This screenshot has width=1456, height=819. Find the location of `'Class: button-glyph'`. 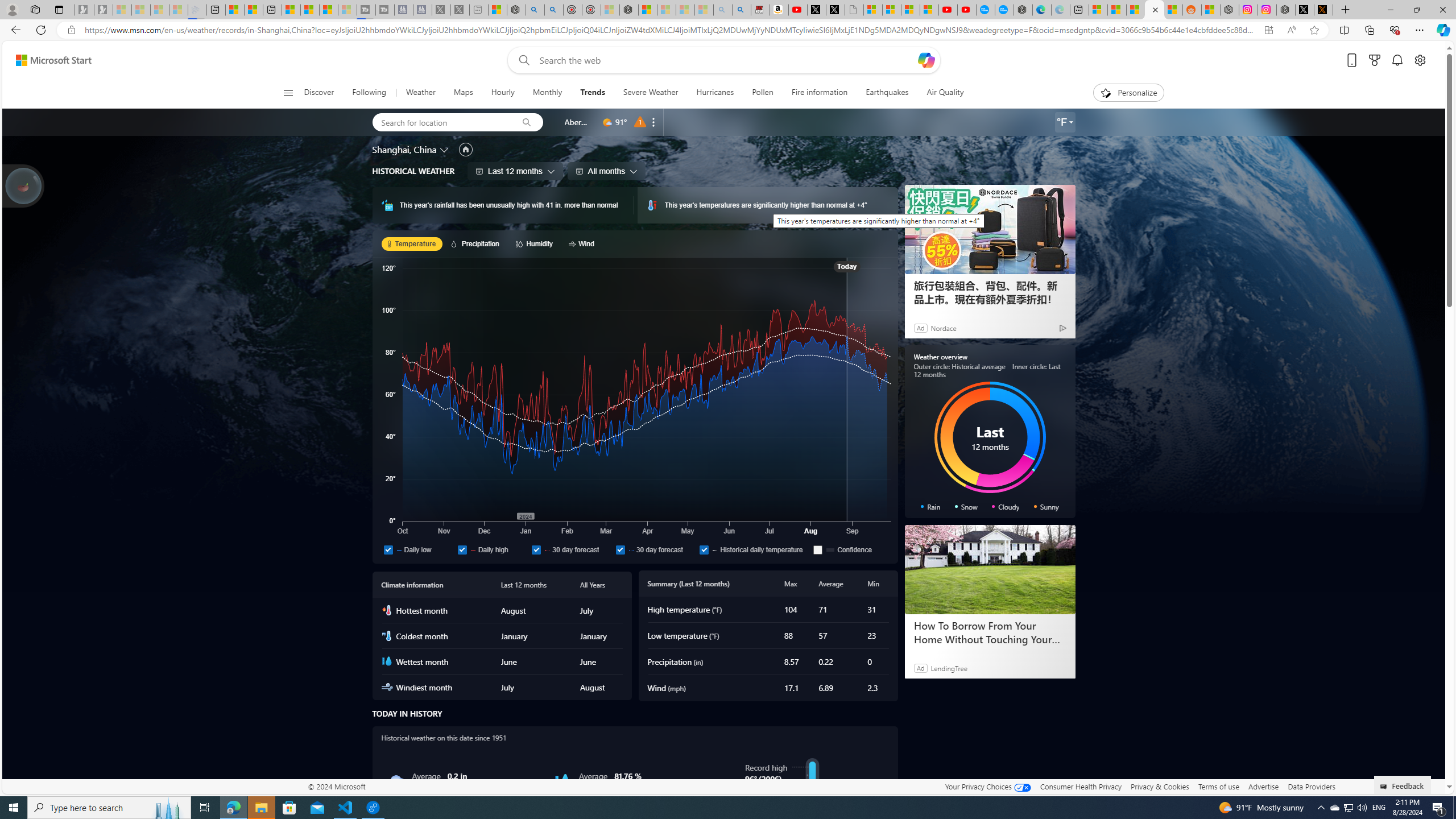

'Class: button-glyph' is located at coordinates (287, 92).